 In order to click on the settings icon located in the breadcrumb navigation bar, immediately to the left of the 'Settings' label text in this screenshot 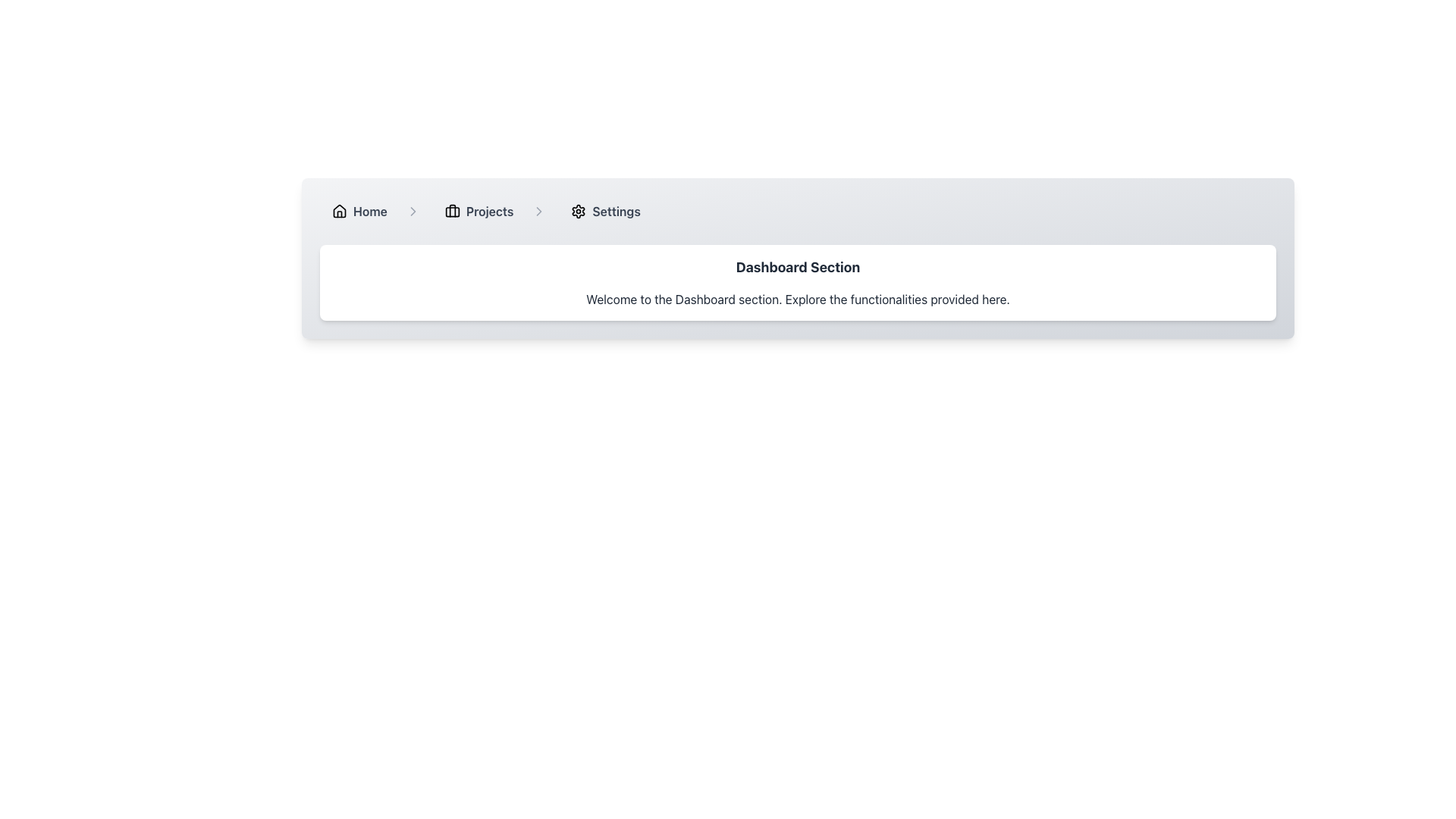, I will do `click(578, 211)`.